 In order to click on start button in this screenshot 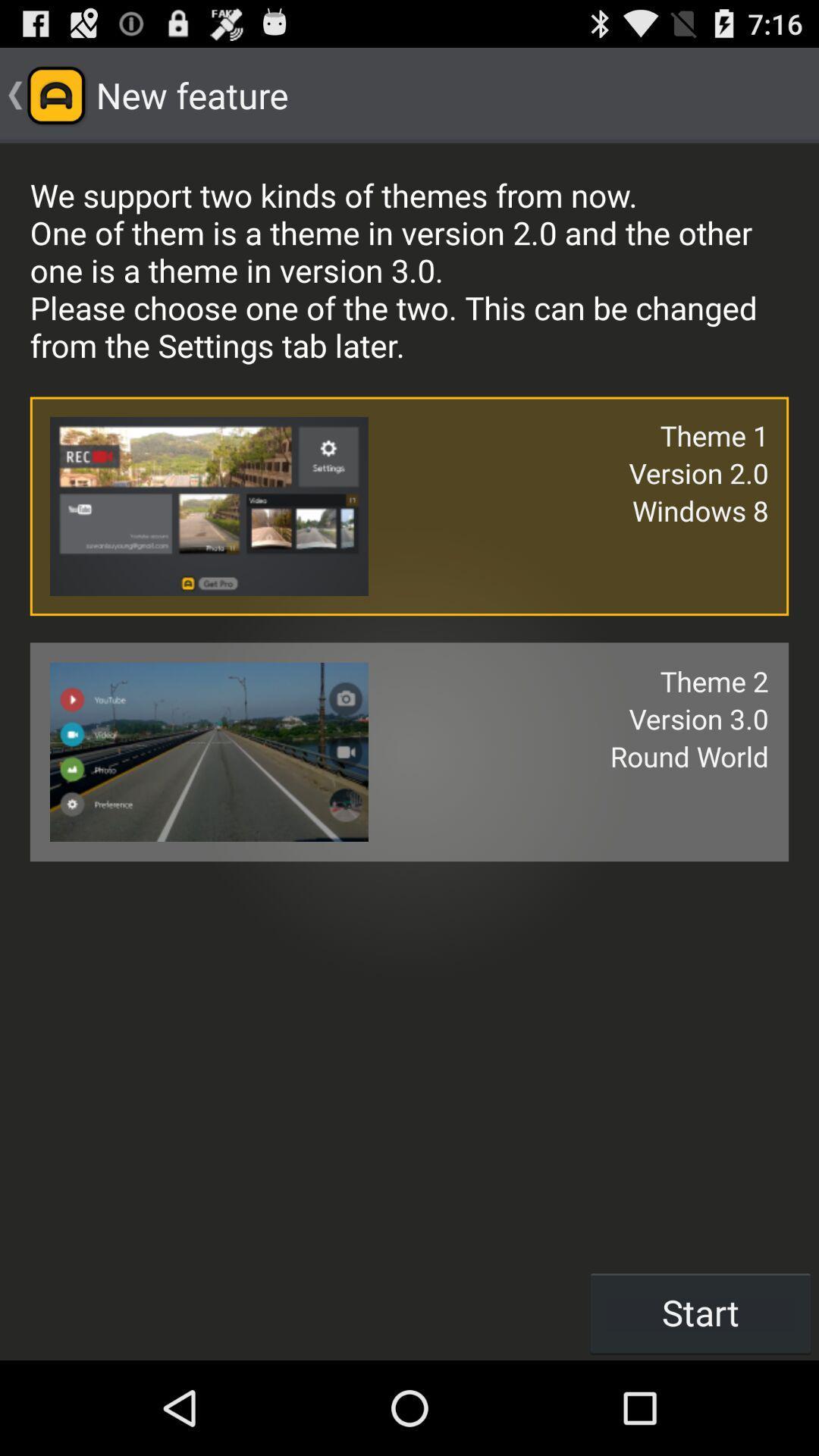, I will do `click(701, 1312)`.